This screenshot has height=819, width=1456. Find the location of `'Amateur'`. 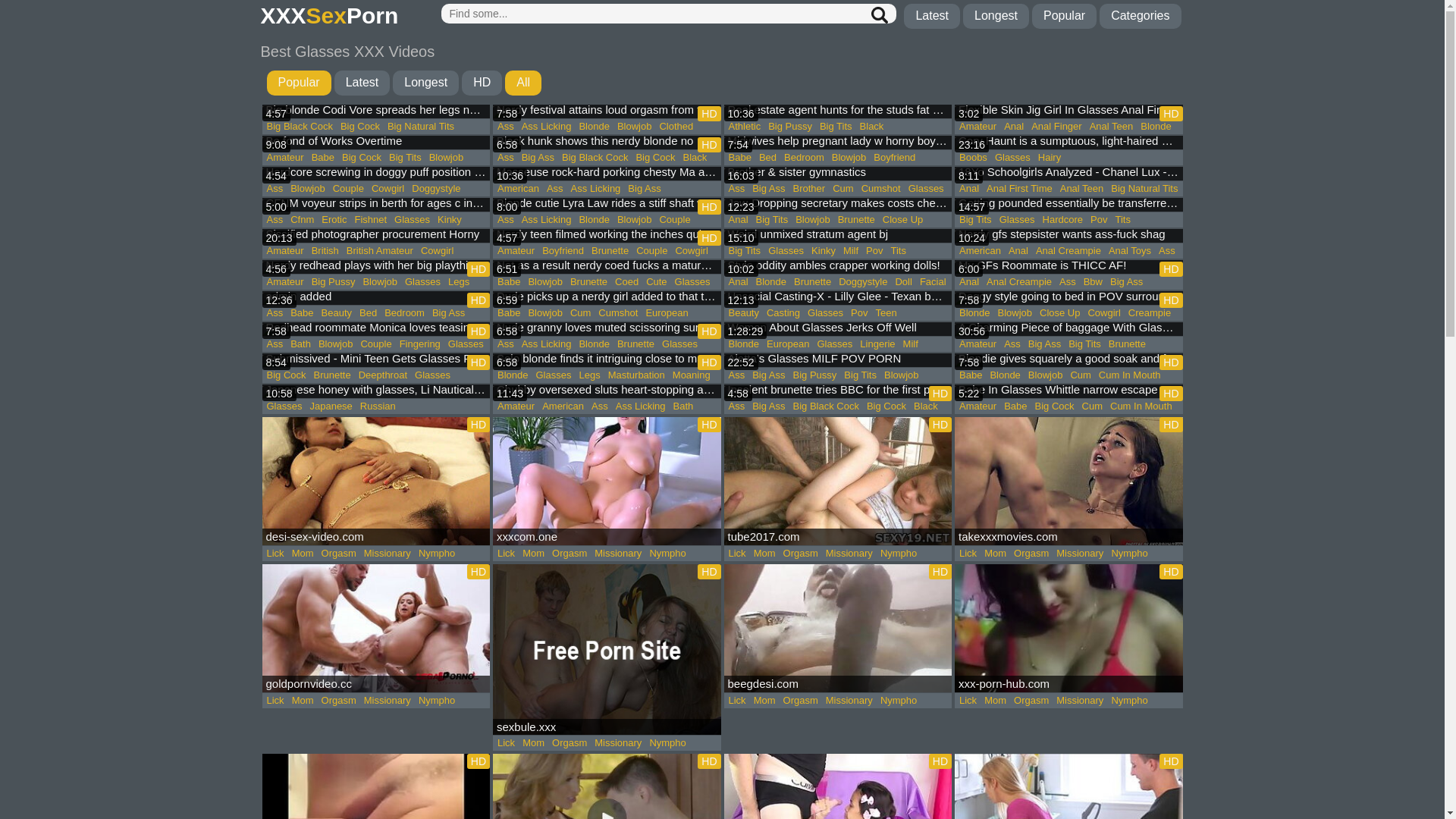

'Amateur' is located at coordinates (262, 158).